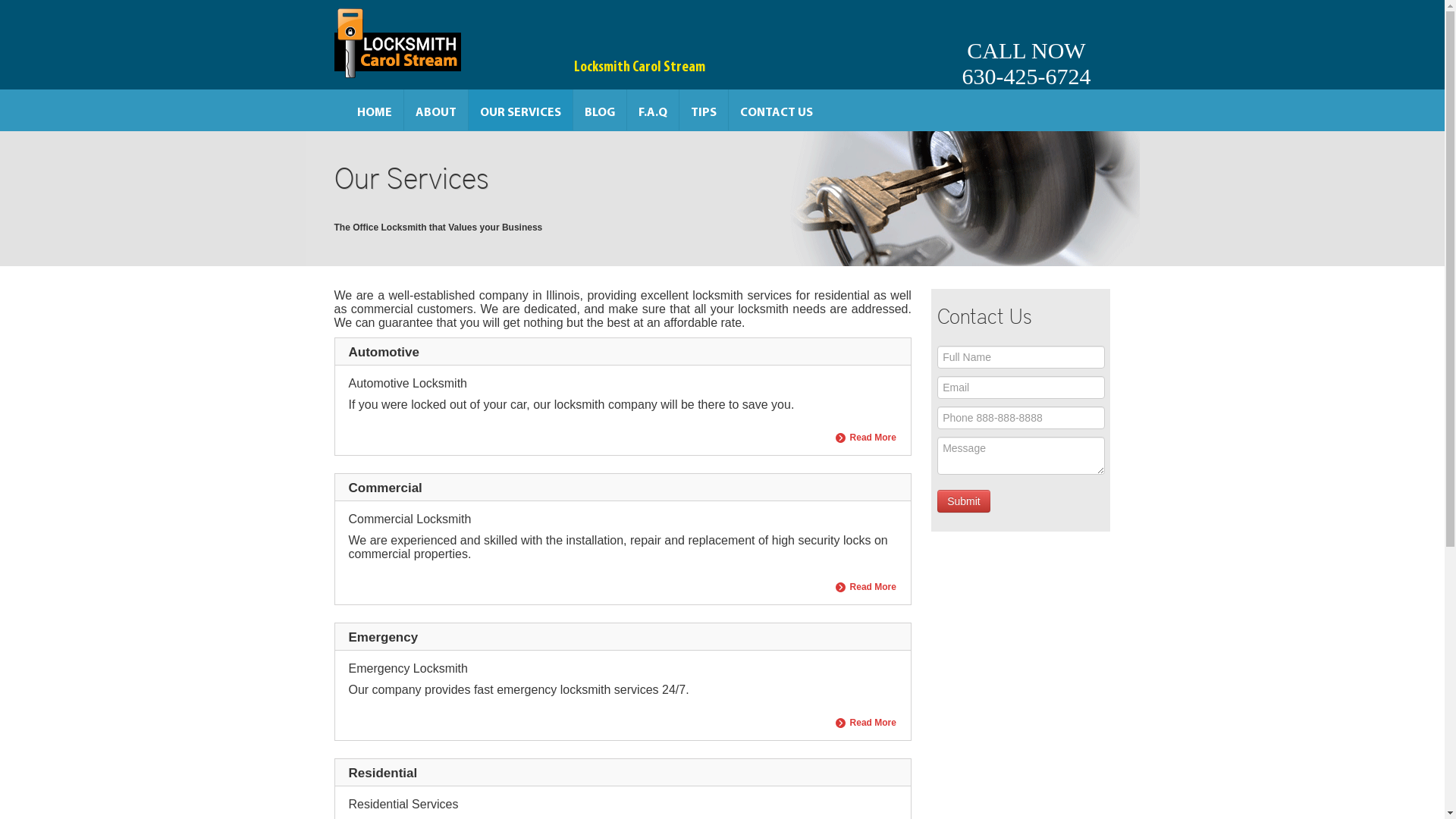 The image size is (1456, 819). What do you see at coordinates (375, 109) in the screenshot?
I see `'HOME'` at bounding box center [375, 109].